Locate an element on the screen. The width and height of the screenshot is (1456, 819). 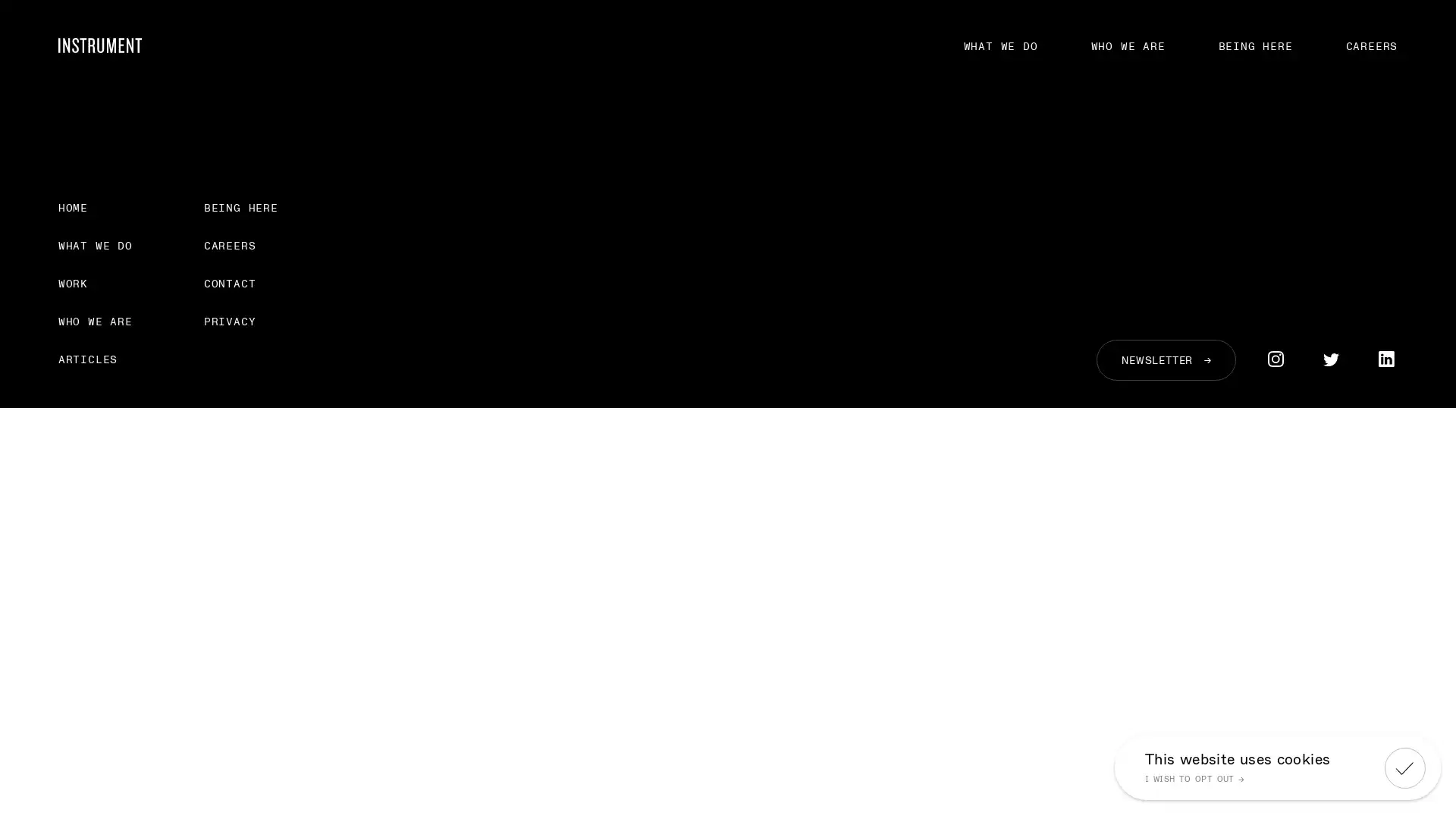
NEWSLETTER is located at coordinates (1165, 359).